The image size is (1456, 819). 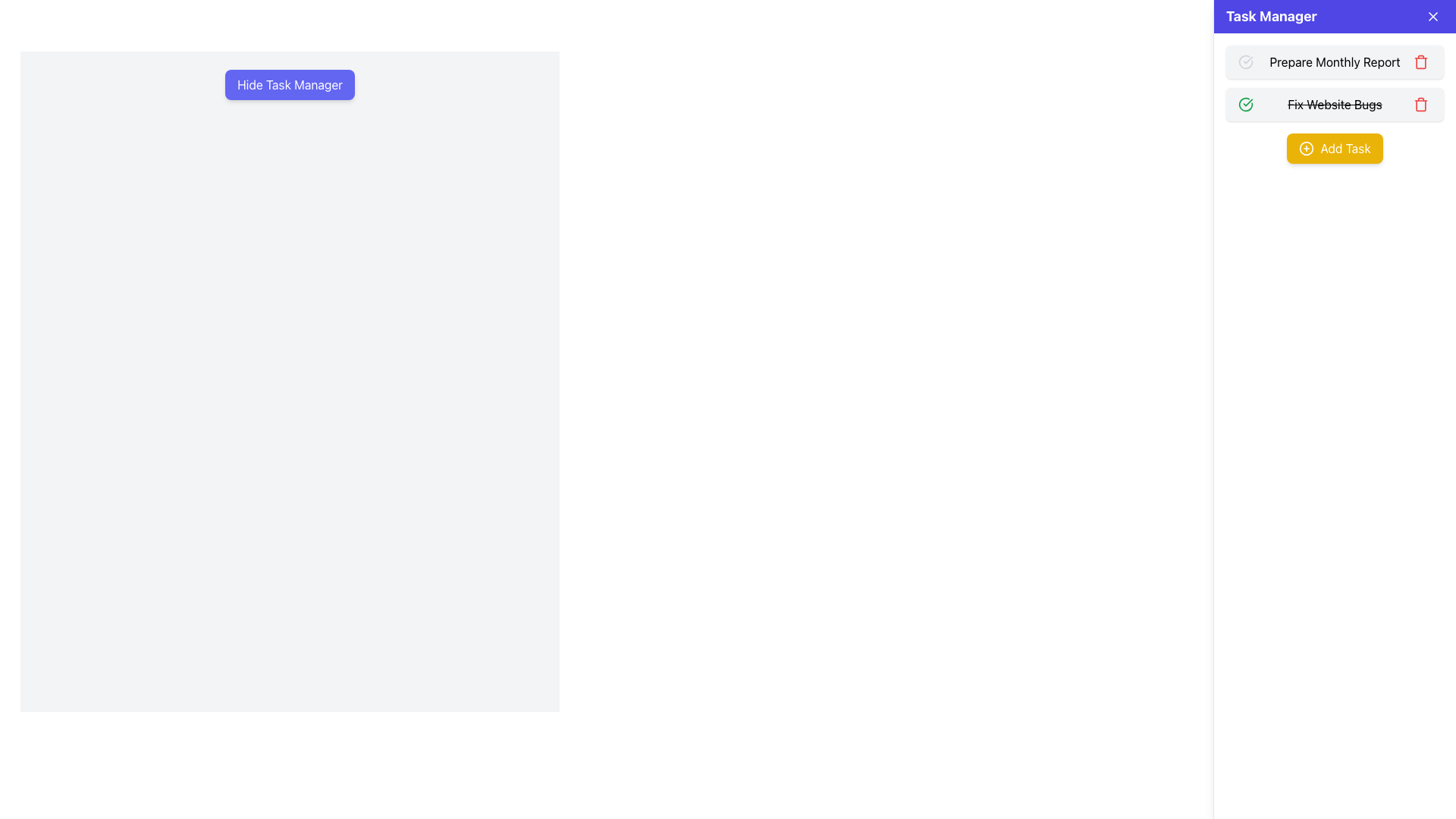 What do you see at coordinates (1245, 61) in the screenshot?
I see `the circular icon resembling a checkmark, which is part of the task manager interface next to the strikethrough text 'Fix Website Bugs', indicating a completed task` at bounding box center [1245, 61].